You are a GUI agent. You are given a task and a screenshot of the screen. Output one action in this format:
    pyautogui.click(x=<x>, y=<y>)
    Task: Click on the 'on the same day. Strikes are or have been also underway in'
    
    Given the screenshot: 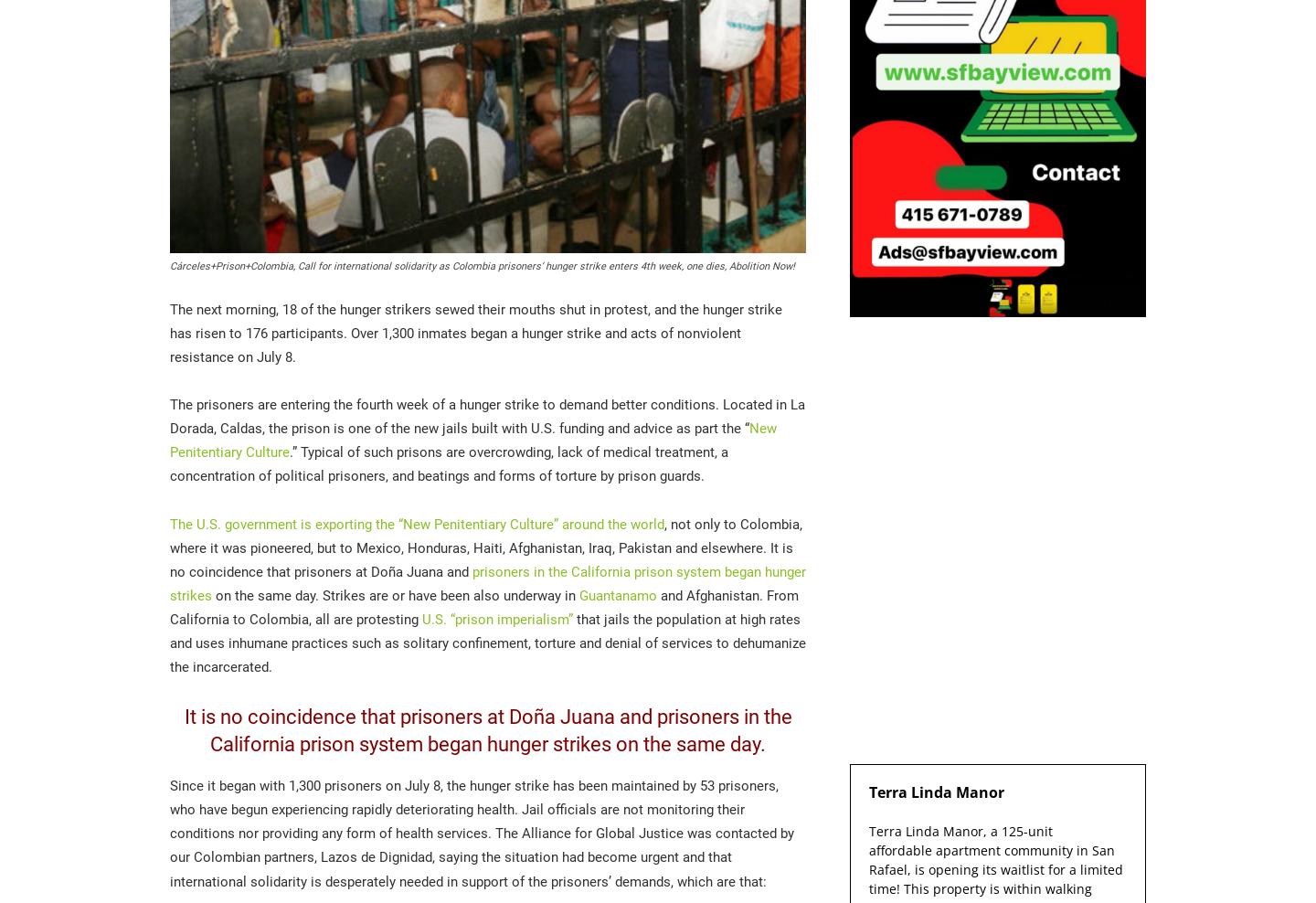 What is the action you would take?
    pyautogui.click(x=396, y=593)
    